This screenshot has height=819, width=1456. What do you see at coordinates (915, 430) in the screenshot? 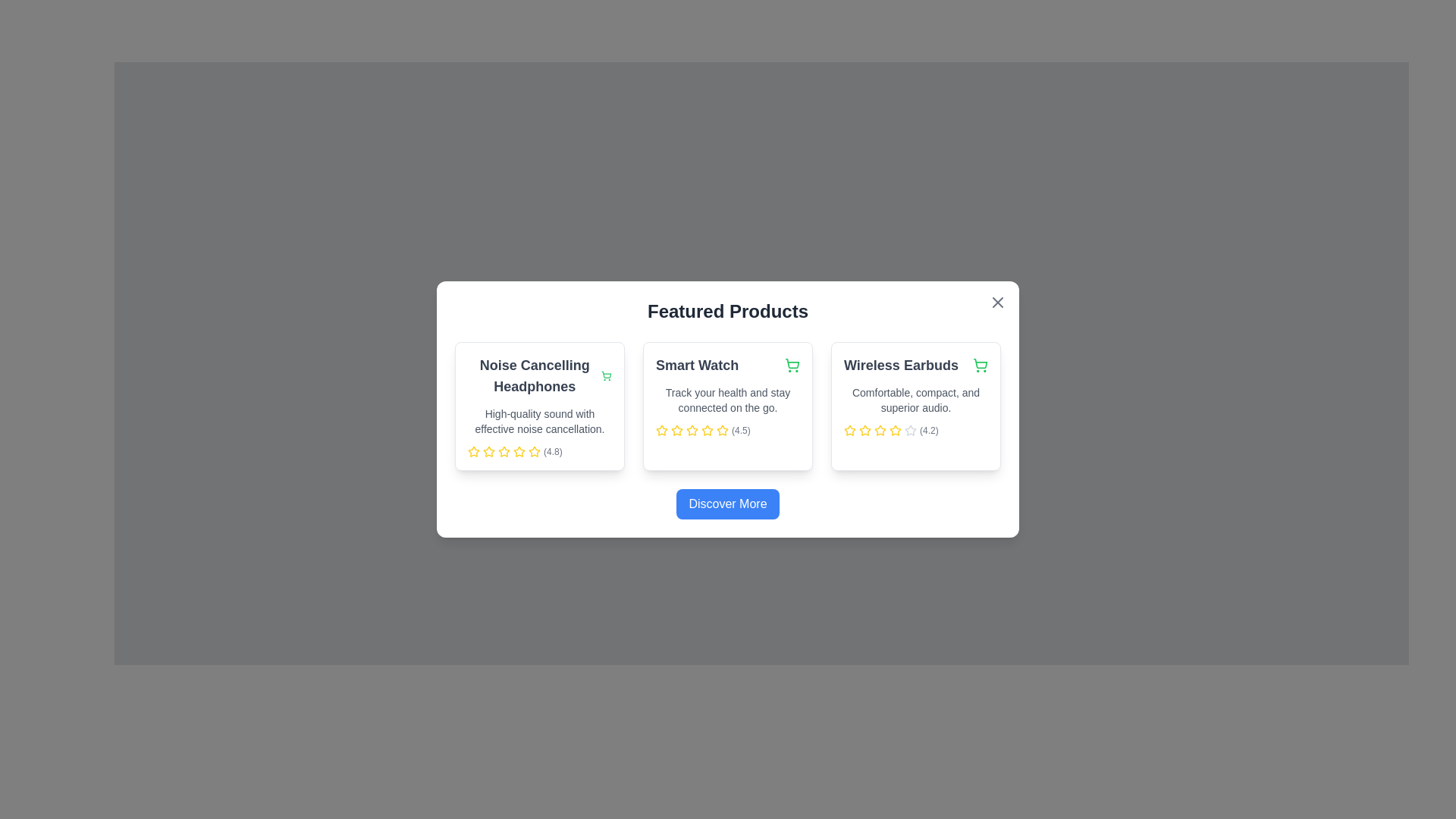
I see `the rating display of the Wireless Earbuds card, which consists of five stars (four filled with yellow and one outlined in gray) and the text '(4.2)' to indicate the score` at bounding box center [915, 430].